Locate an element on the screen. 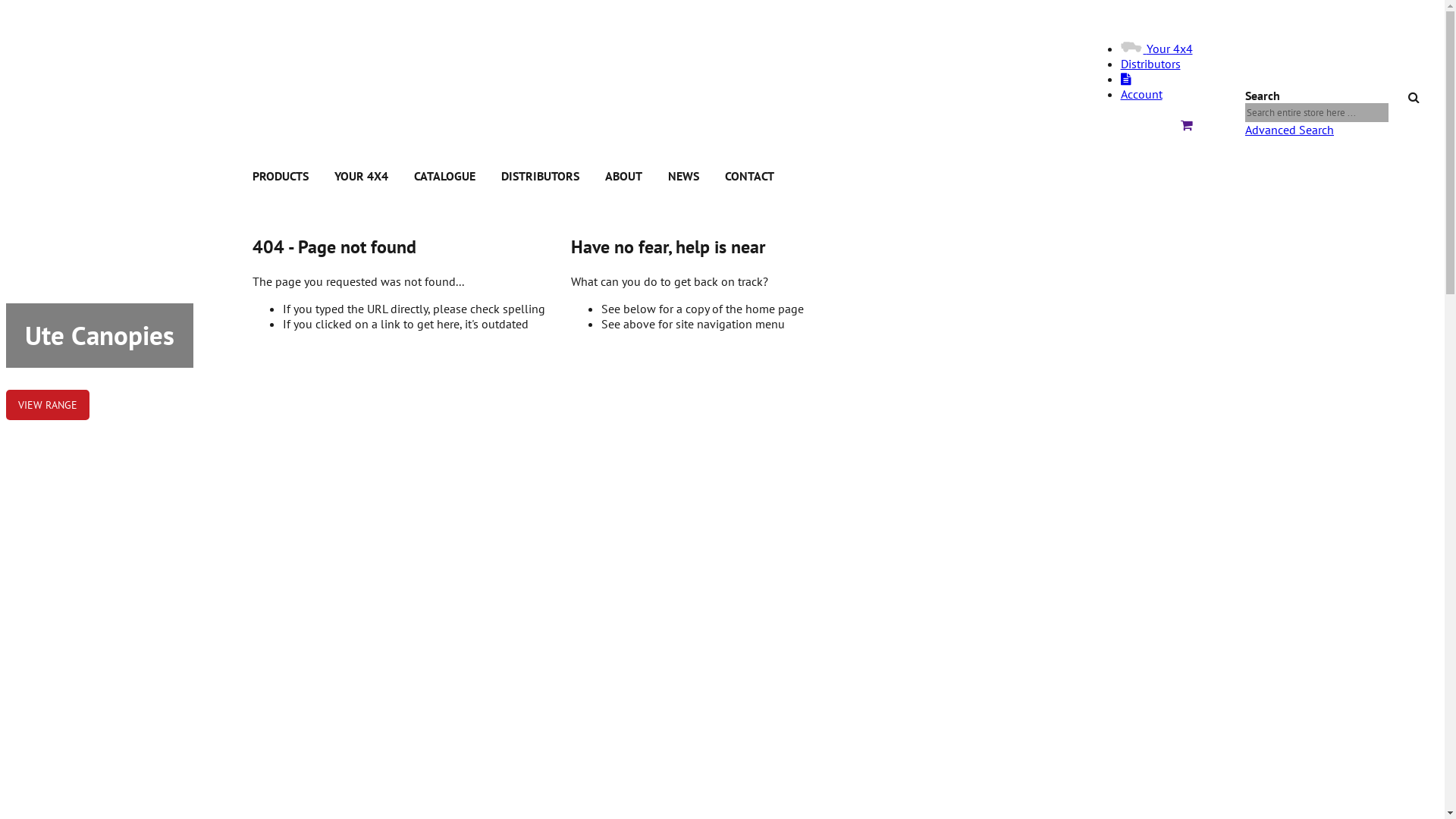 This screenshot has width=1456, height=819. 'CATALOGUE' is located at coordinates (444, 175).